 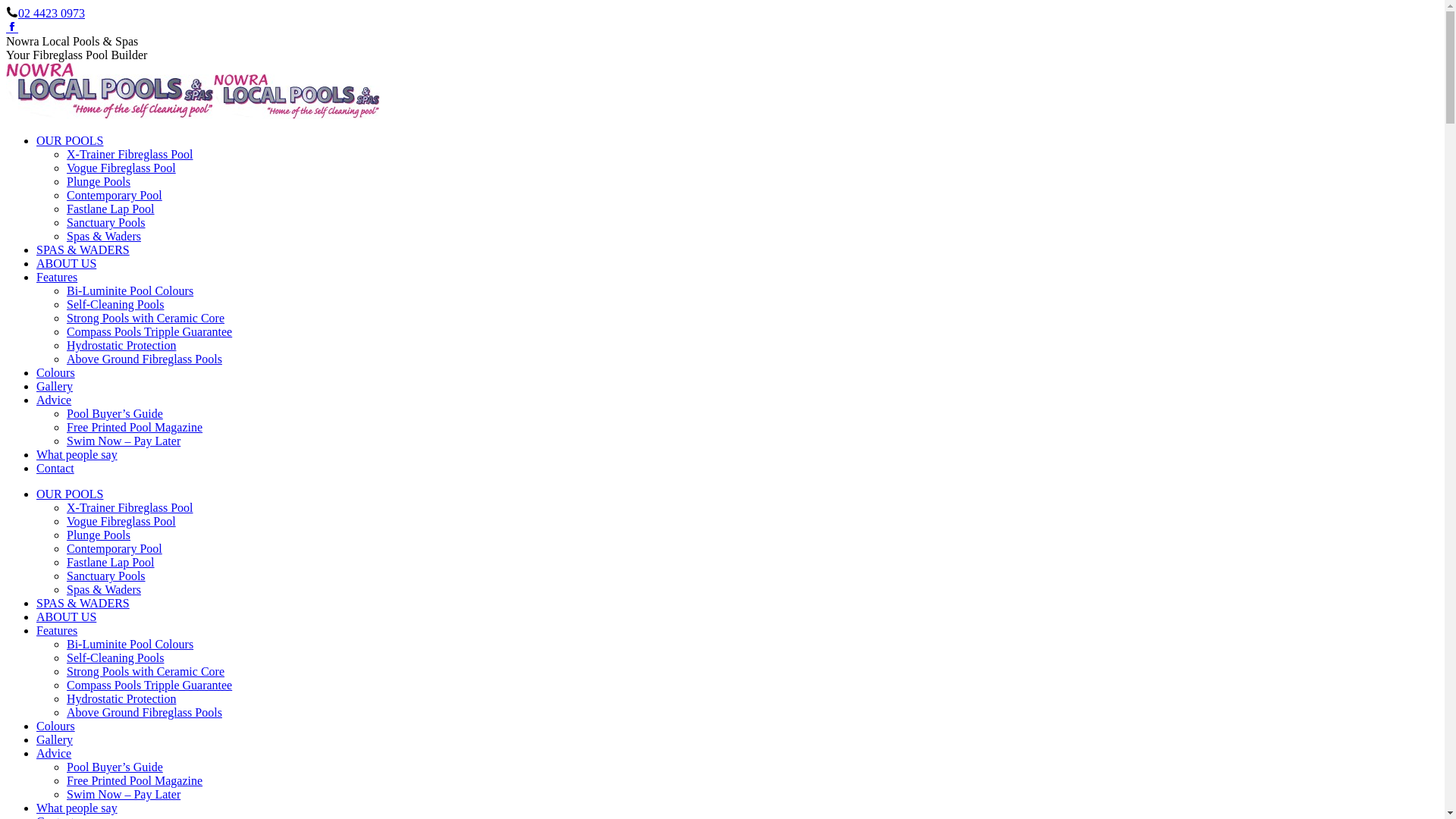 I want to click on 'Skip to content', so click(x=5, y=5).